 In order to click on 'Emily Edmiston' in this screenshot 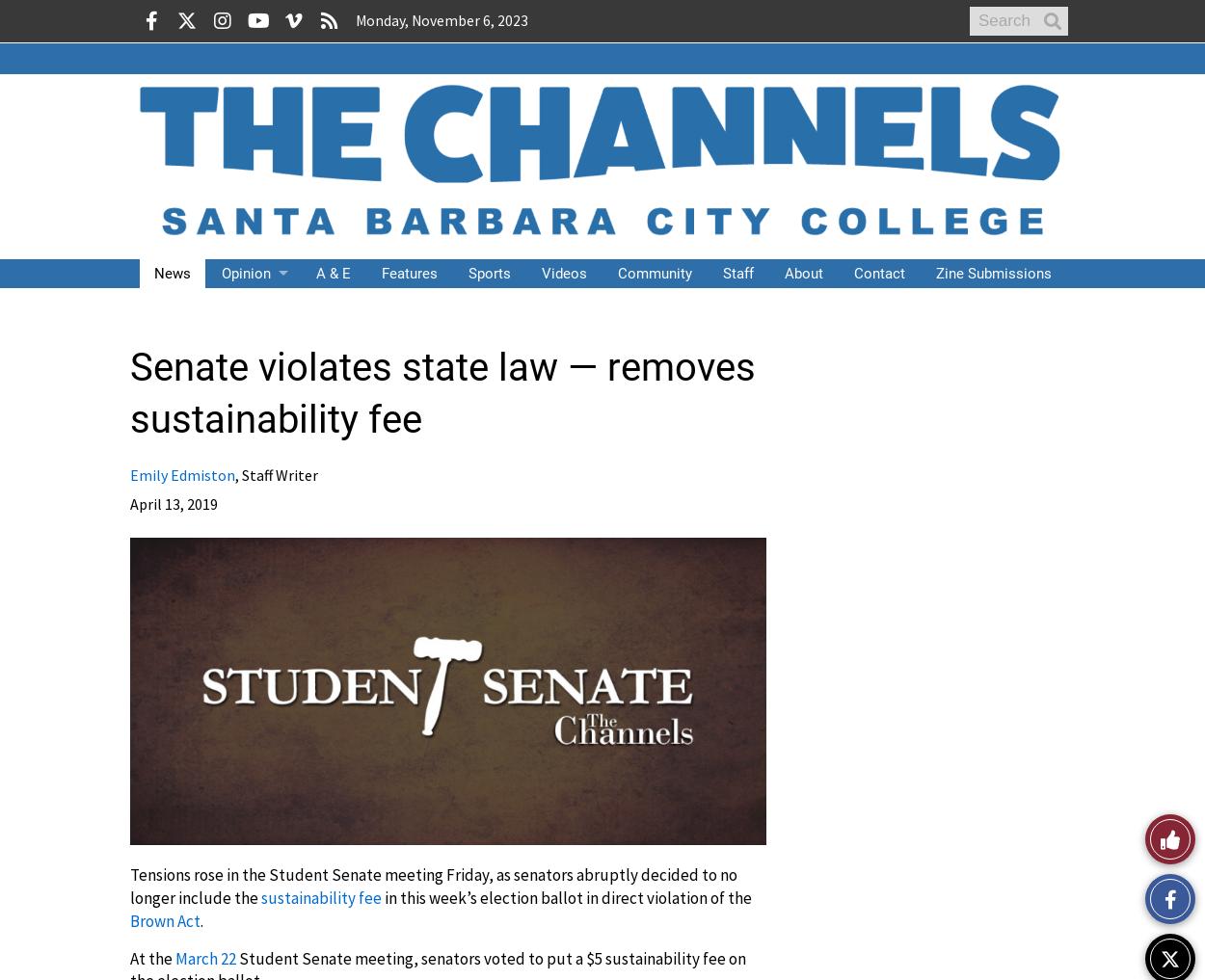, I will do `click(181, 474)`.